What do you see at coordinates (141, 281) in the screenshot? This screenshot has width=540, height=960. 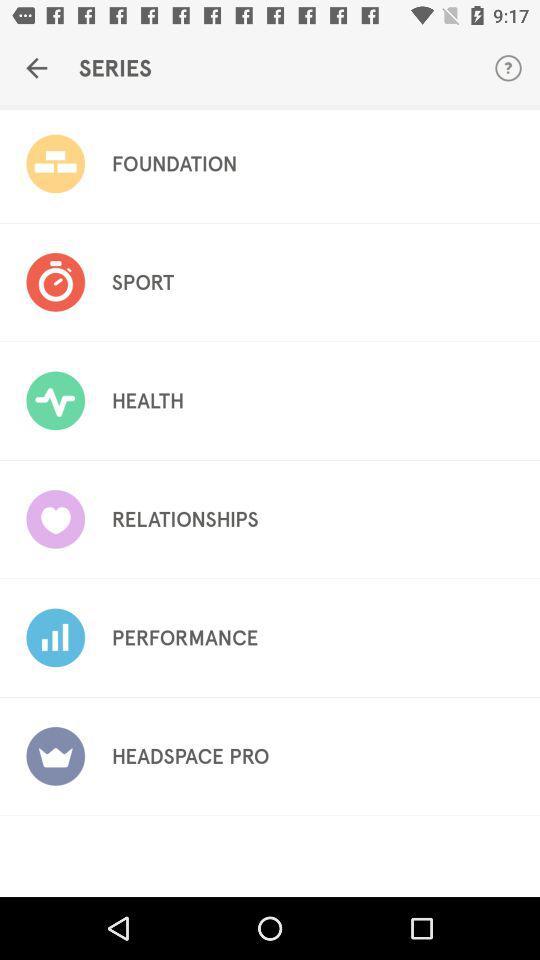 I see `the sport icon` at bounding box center [141, 281].